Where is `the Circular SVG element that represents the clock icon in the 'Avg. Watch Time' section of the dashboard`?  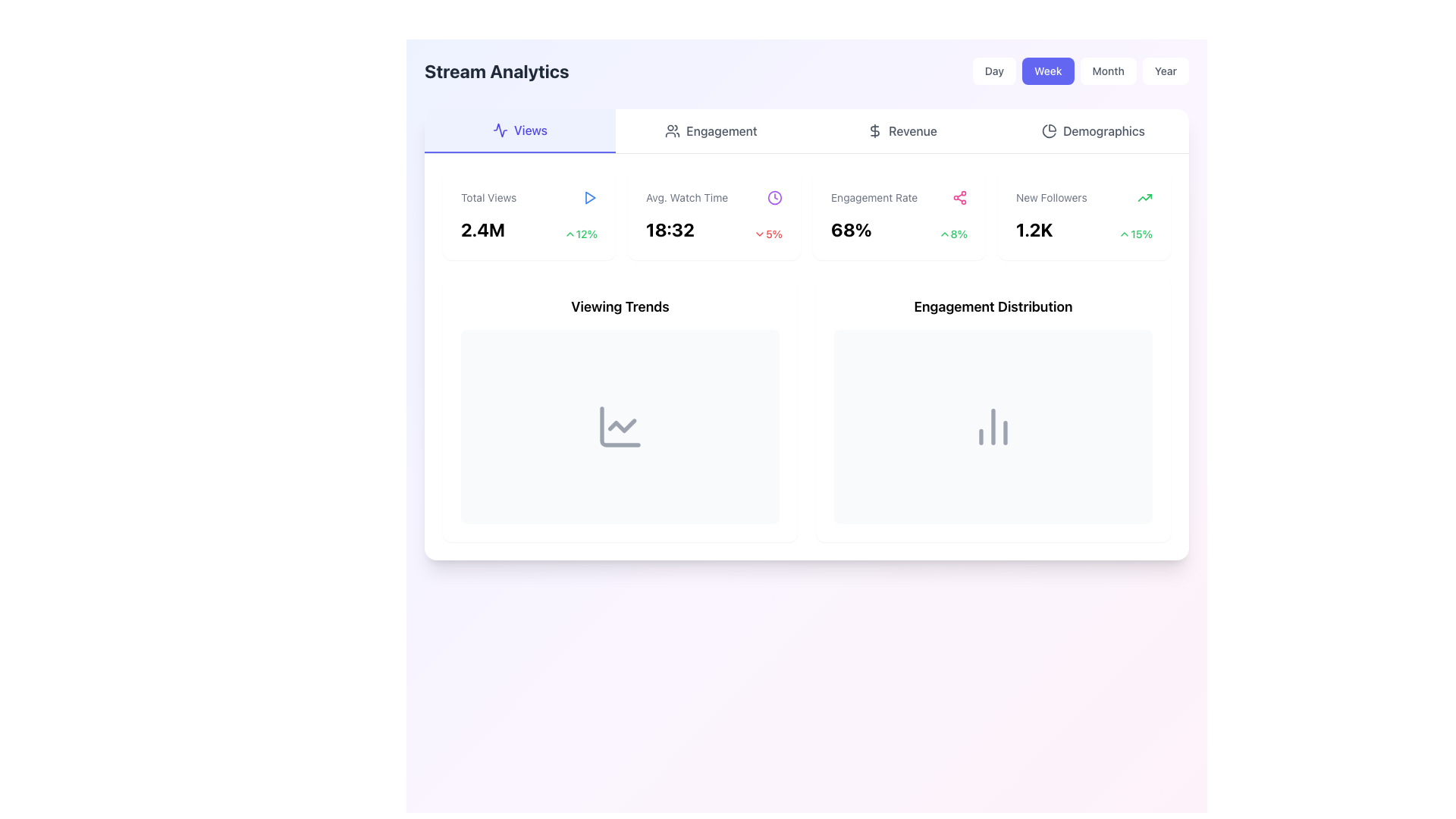
the Circular SVG element that represents the clock icon in the 'Avg. Watch Time' section of the dashboard is located at coordinates (775, 197).